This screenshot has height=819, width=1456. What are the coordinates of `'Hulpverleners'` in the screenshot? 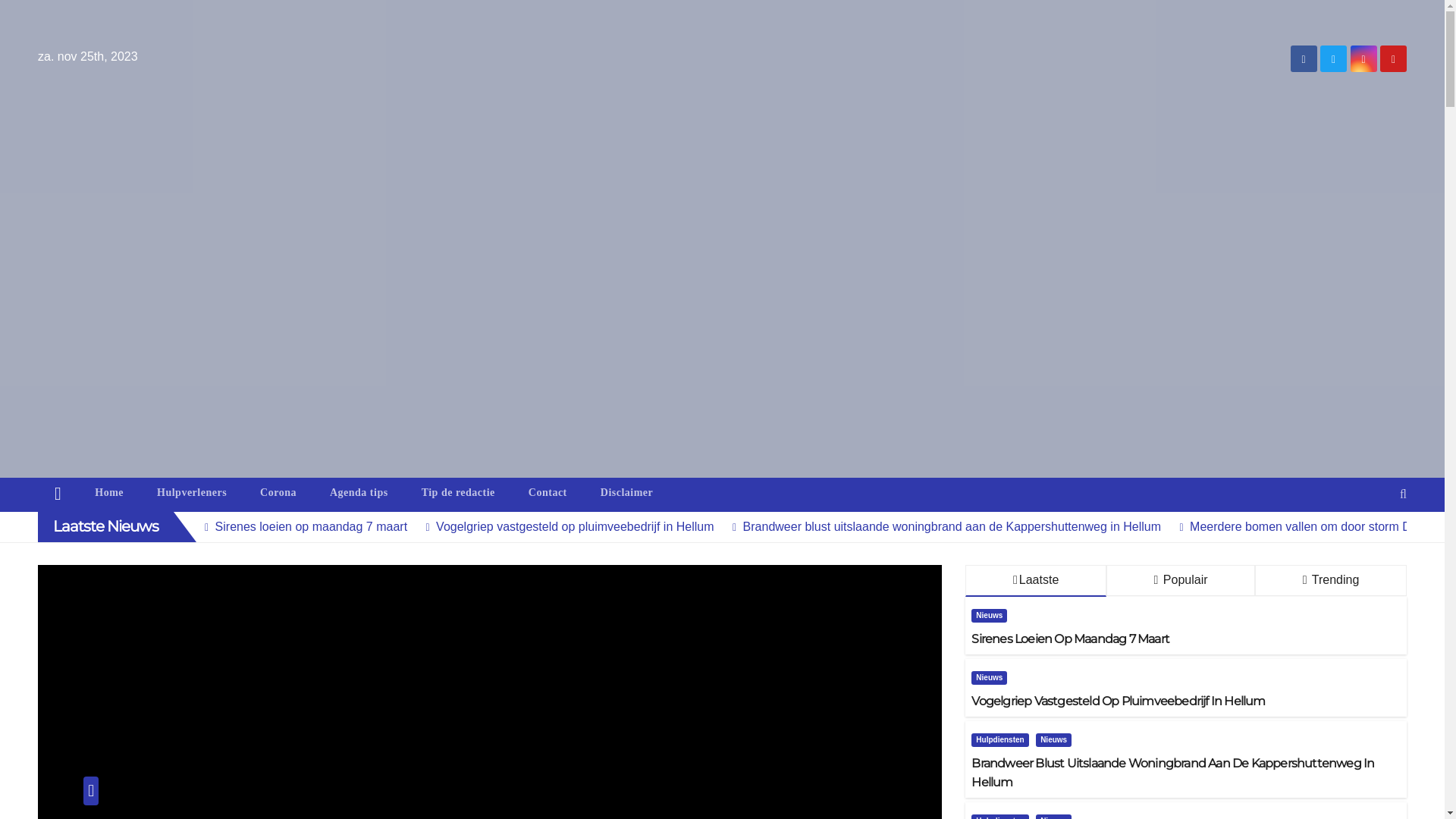 It's located at (191, 493).